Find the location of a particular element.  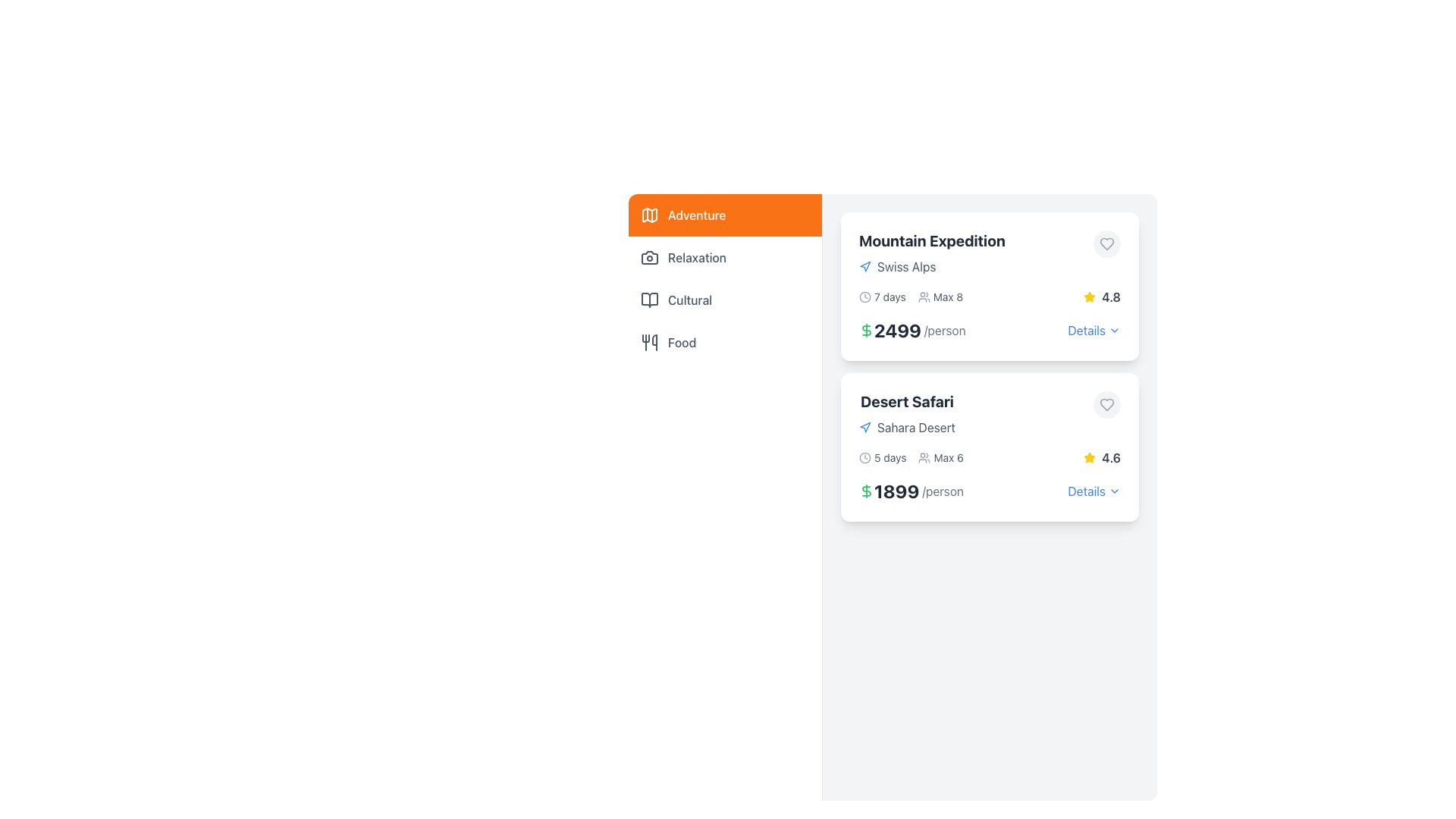

the heart-shaped icon, which is gray and outlined is located at coordinates (1106, 243).